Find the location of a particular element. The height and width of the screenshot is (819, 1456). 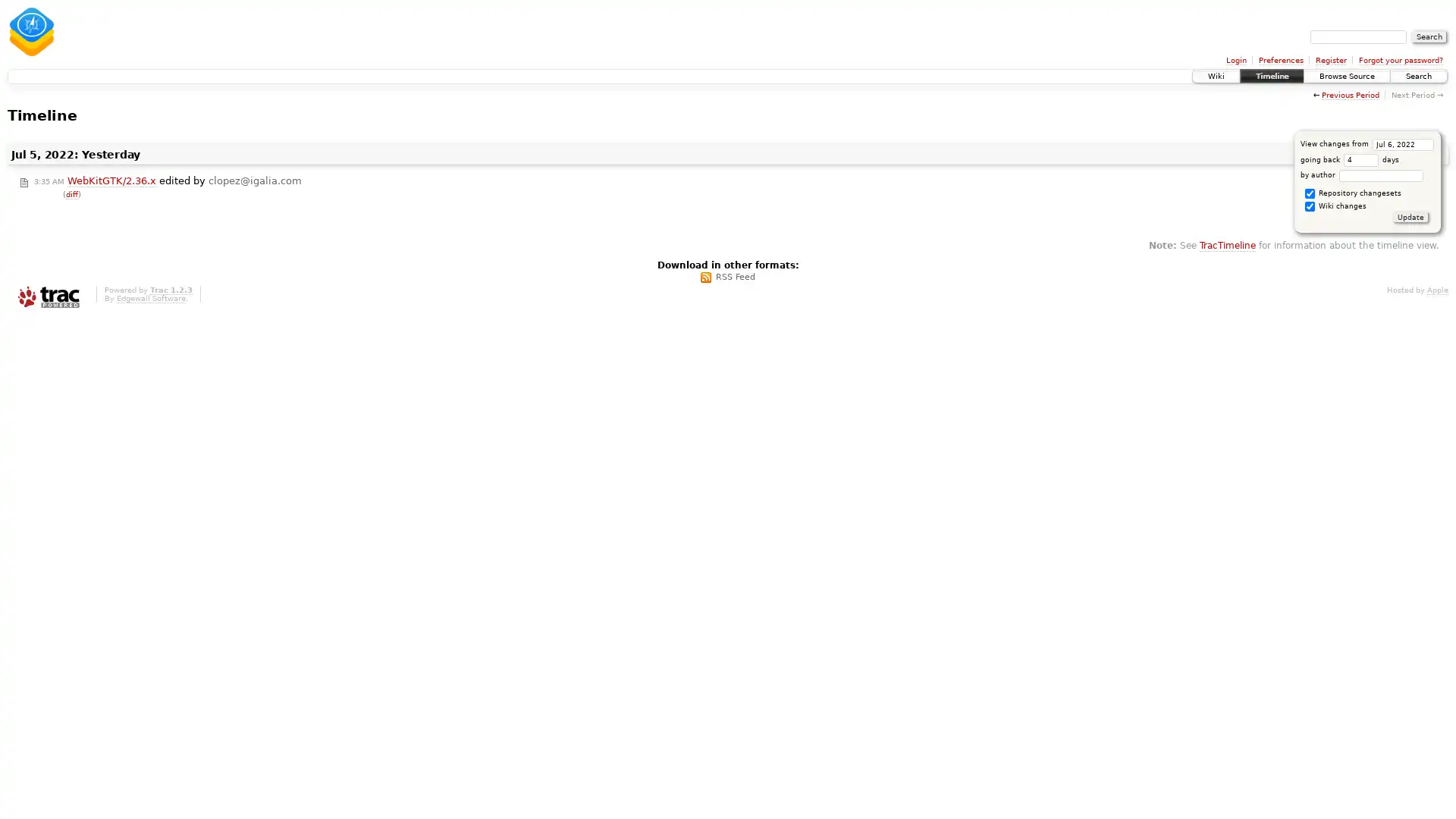

Update is located at coordinates (1410, 217).